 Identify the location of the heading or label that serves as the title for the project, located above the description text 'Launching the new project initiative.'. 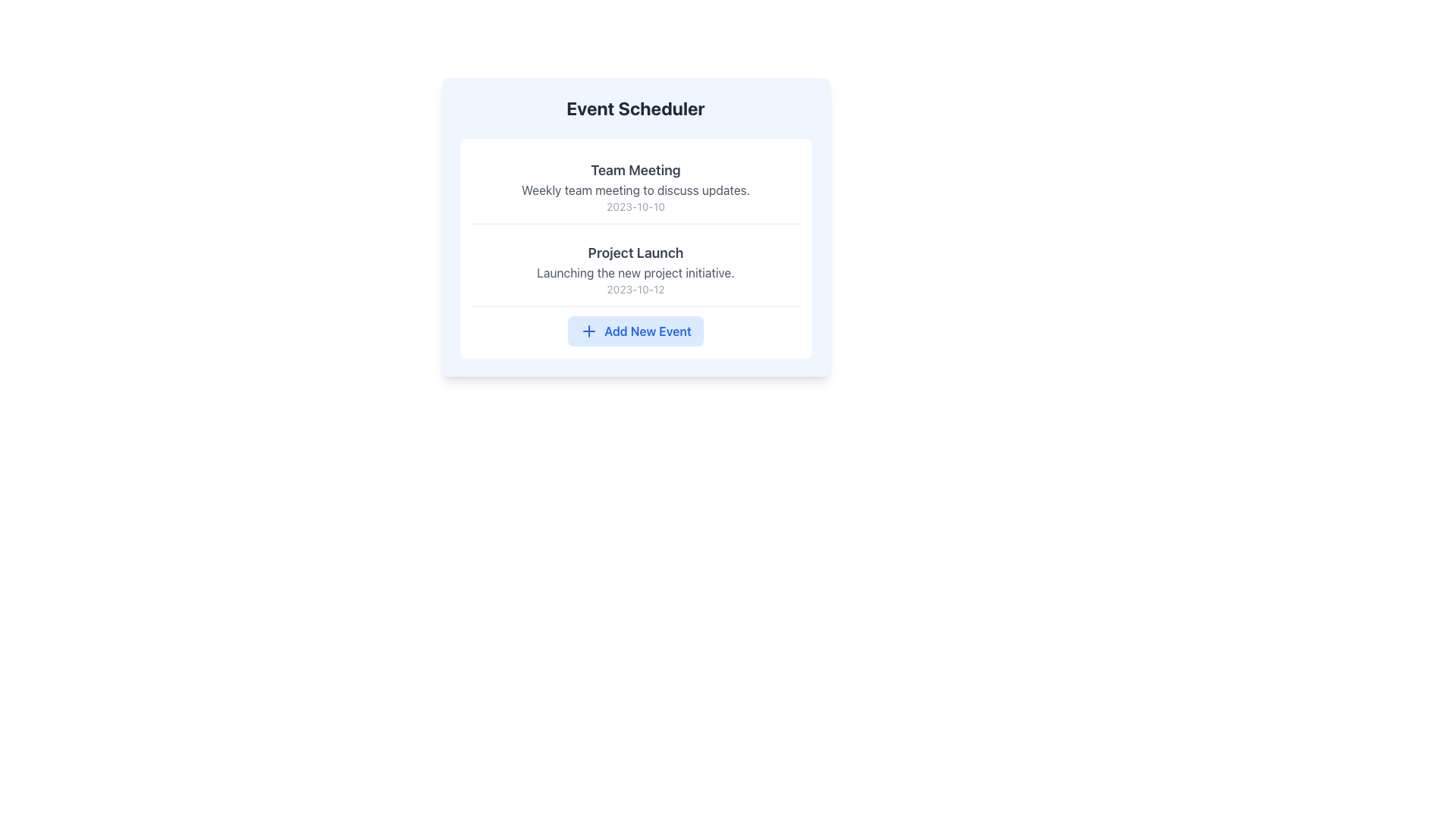
(635, 253).